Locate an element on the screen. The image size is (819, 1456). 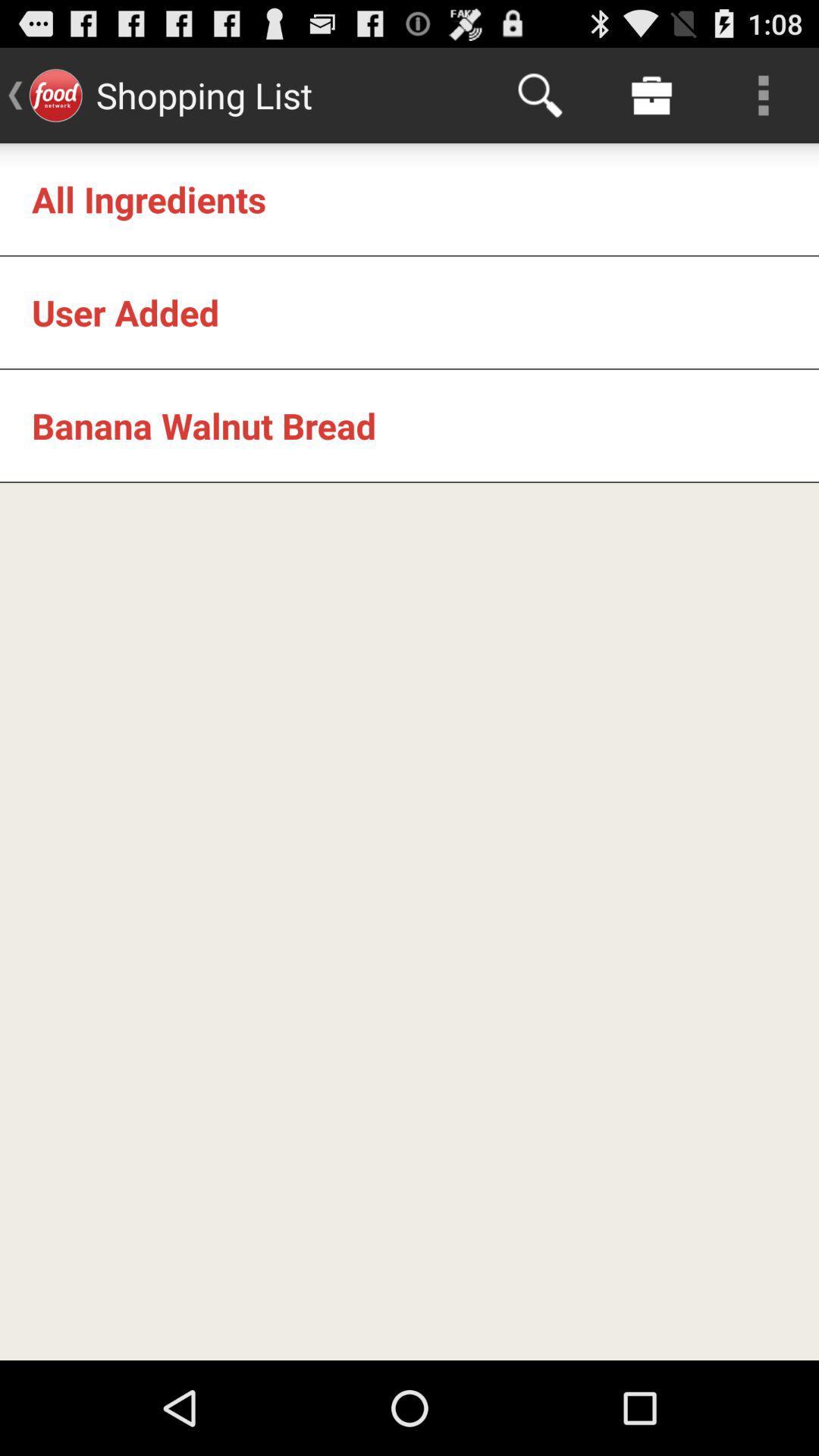
the item to the right of the shopping list icon is located at coordinates (539, 94).